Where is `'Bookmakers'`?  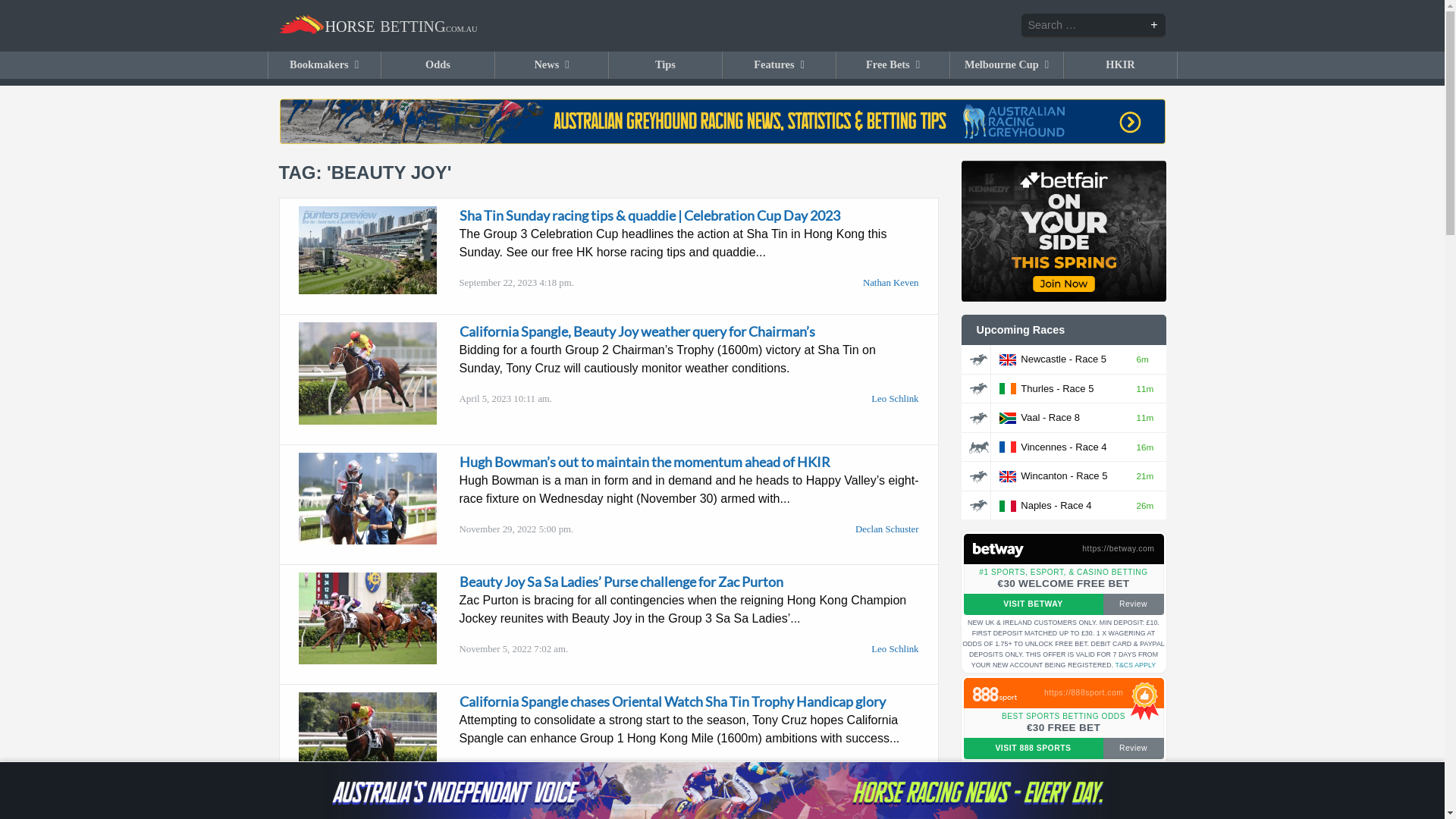
'Bookmakers' is located at coordinates (268, 64).